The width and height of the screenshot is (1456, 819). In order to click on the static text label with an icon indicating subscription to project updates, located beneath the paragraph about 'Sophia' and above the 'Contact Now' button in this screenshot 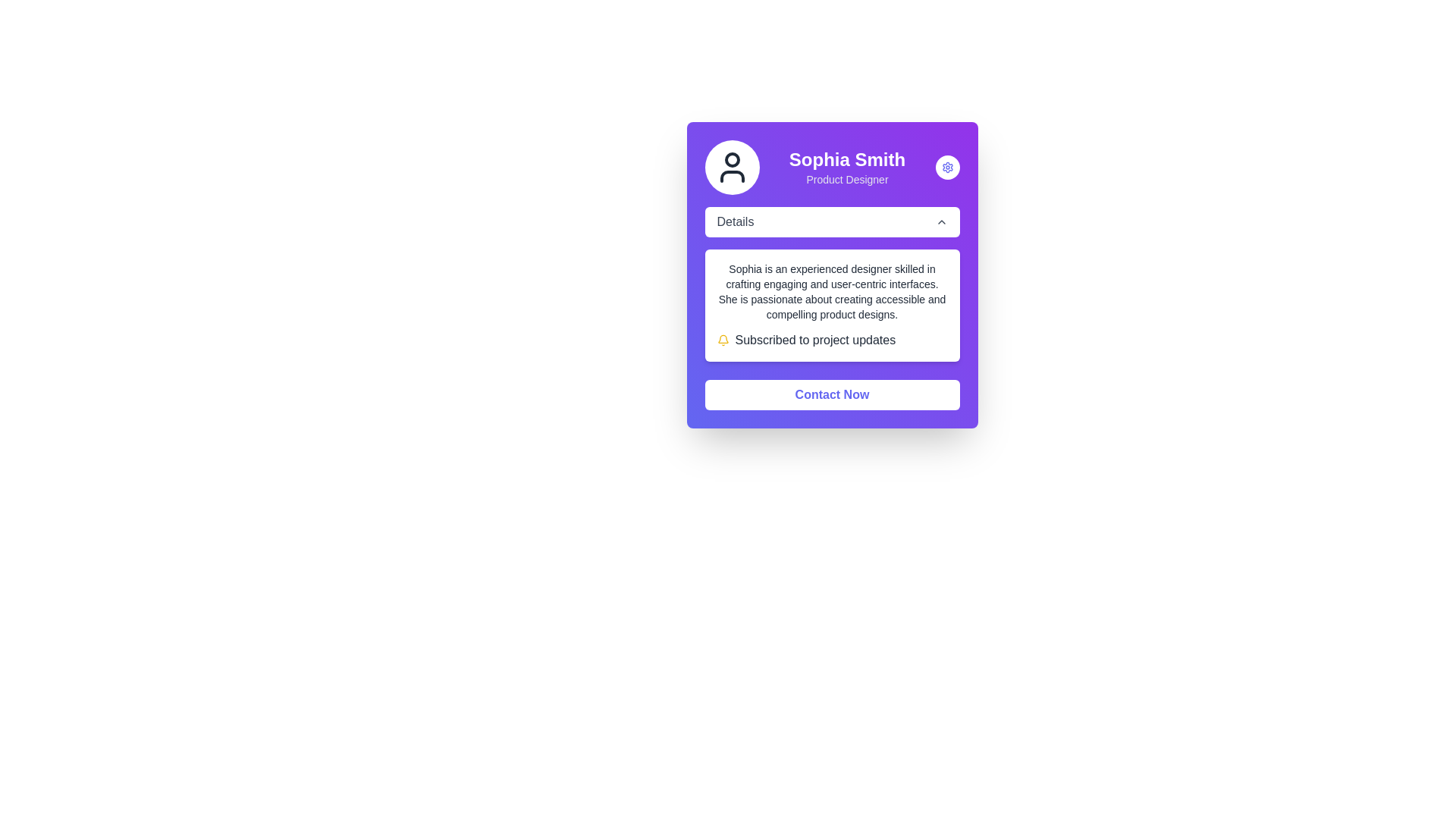, I will do `click(831, 339)`.